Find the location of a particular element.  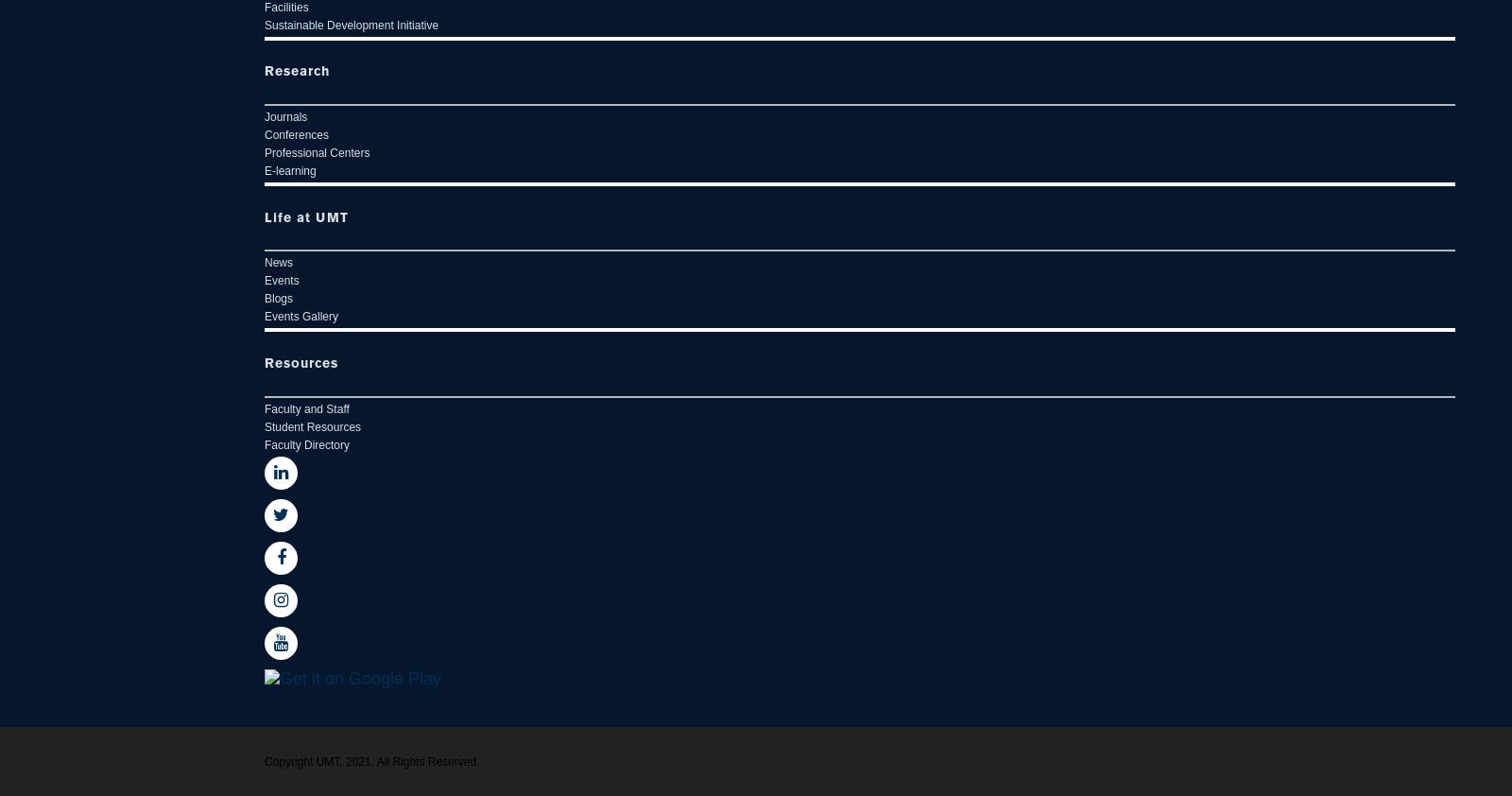

'E-learning' is located at coordinates (290, 170).